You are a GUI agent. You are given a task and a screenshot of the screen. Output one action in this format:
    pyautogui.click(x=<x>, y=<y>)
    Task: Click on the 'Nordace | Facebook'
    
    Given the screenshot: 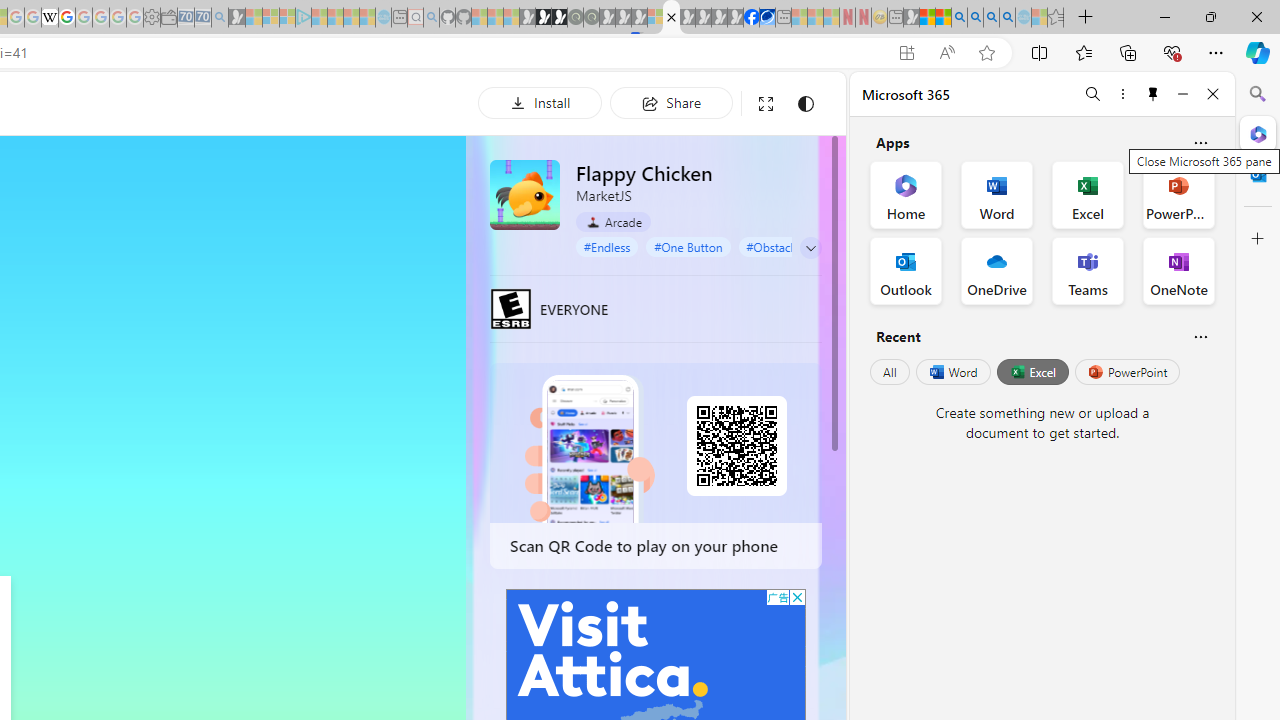 What is the action you would take?
    pyautogui.click(x=750, y=17)
    